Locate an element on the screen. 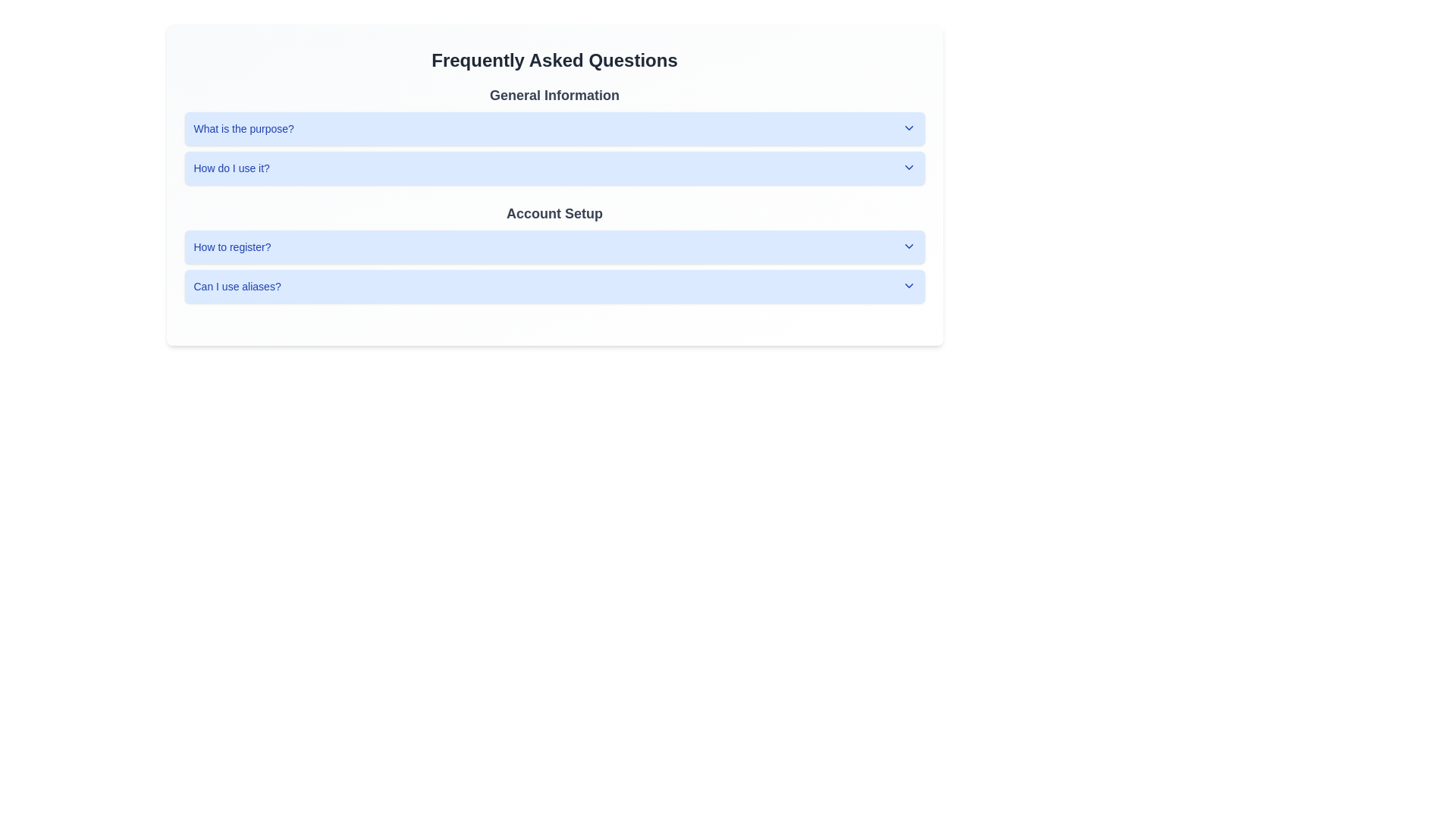 The image size is (1456, 819). the text block that reads 'How do I use it?' within the FAQ section under 'General Information' is located at coordinates (231, 168).